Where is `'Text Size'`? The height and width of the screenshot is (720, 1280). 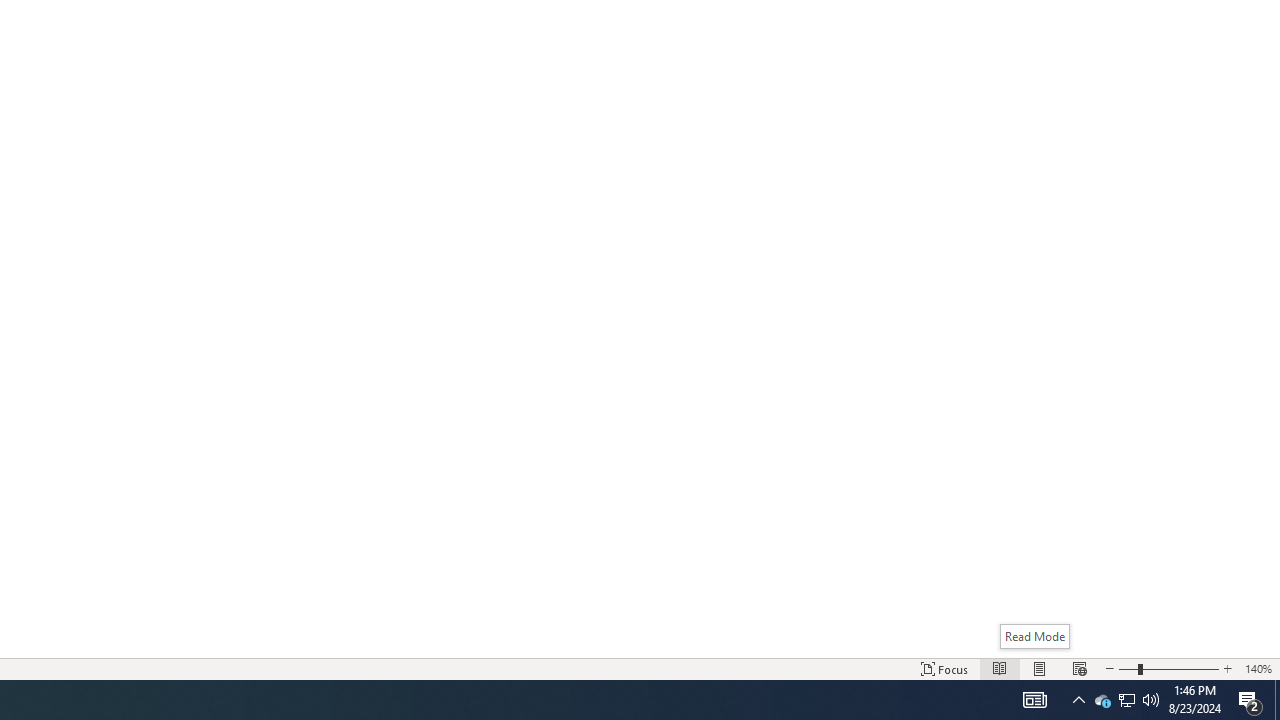 'Text Size' is located at coordinates (1168, 669).